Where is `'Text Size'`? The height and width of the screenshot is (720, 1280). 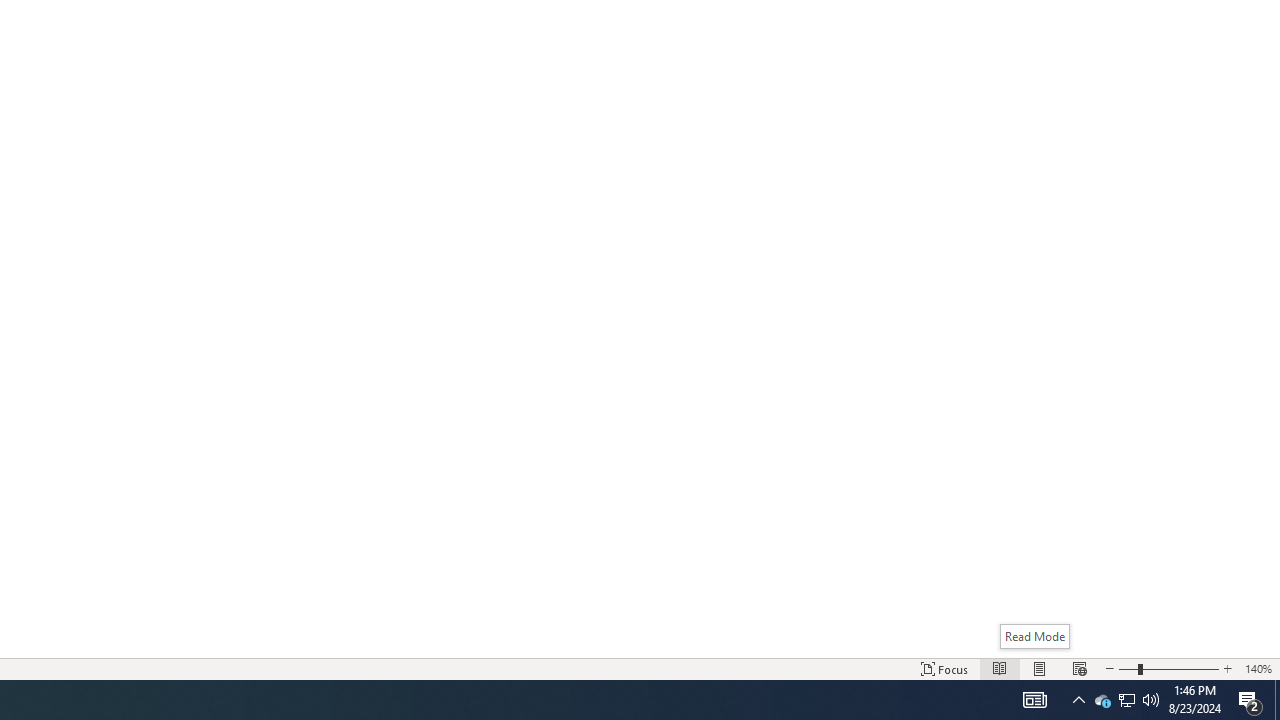 'Text Size' is located at coordinates (1168, 669).